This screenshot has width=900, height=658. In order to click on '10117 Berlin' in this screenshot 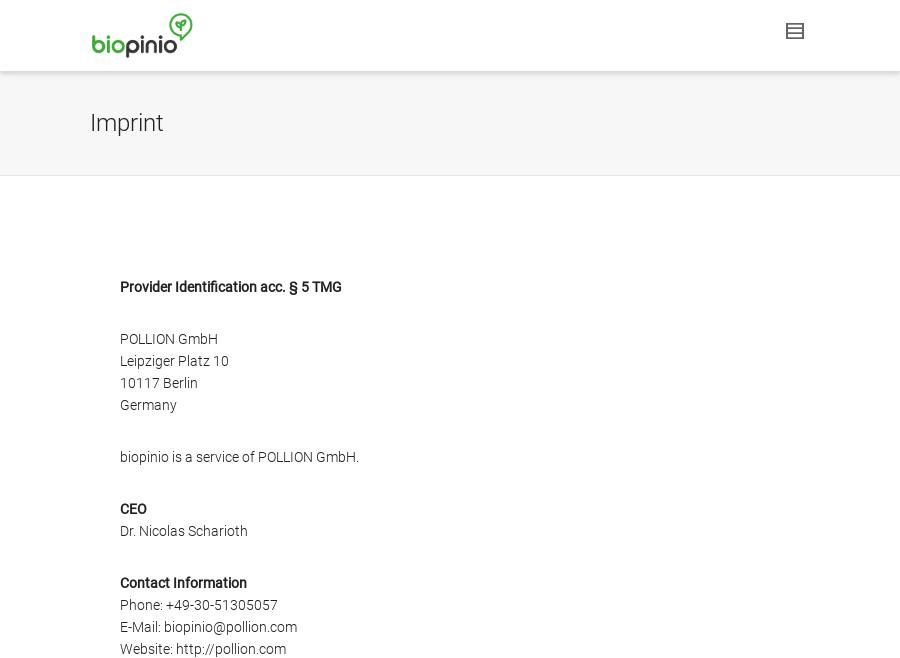, I will do `click(159, 381)`.